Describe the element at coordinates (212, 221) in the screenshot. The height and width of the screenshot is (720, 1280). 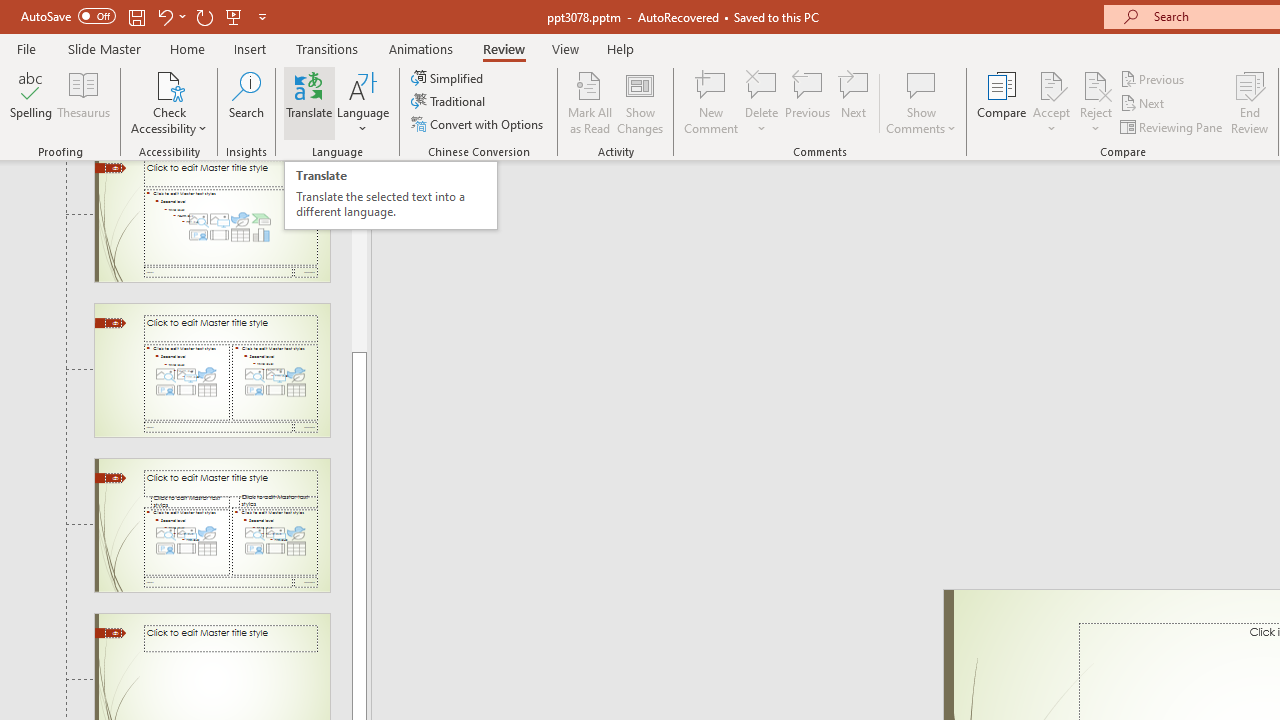
I see `'Slide Title and Content Layout: used by no slides'` at that location.